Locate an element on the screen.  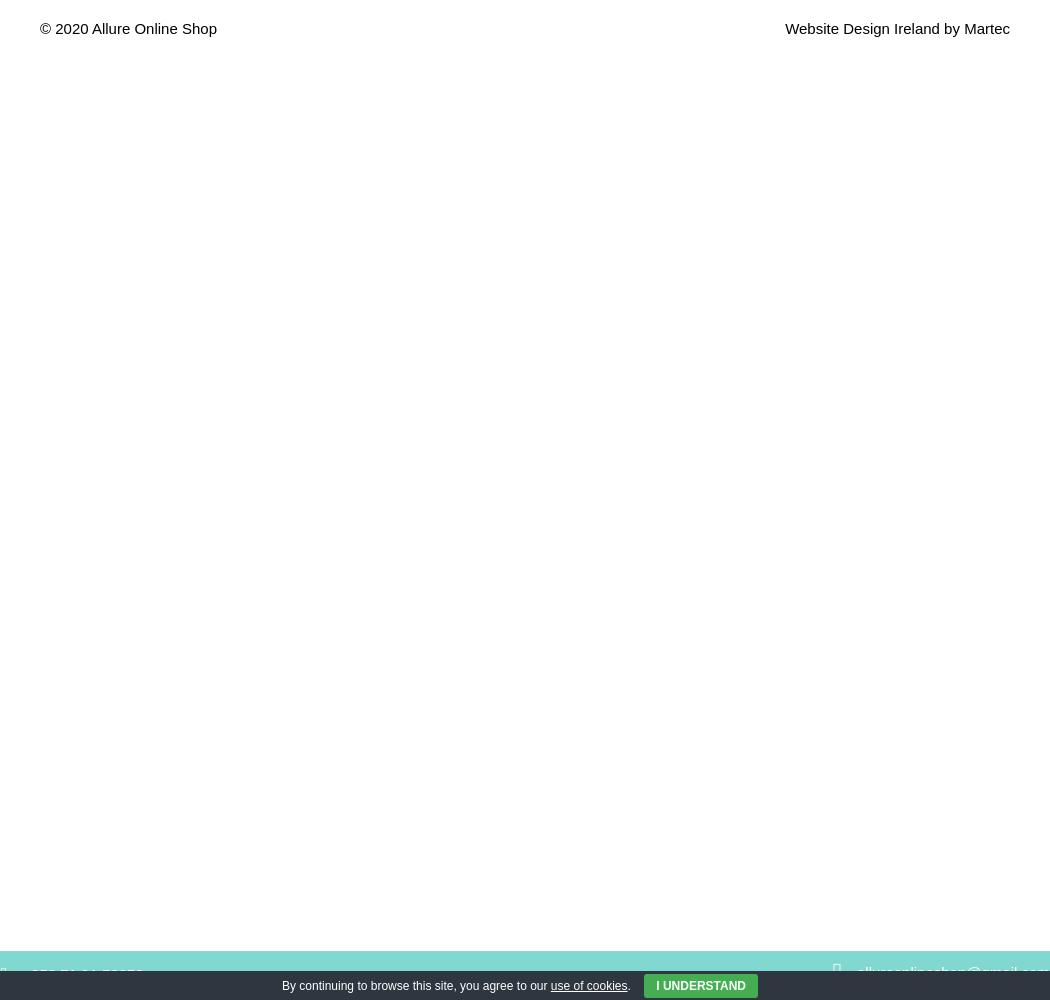
'© 2020 Allure Online Shop' is located at coordinates (127, 27).